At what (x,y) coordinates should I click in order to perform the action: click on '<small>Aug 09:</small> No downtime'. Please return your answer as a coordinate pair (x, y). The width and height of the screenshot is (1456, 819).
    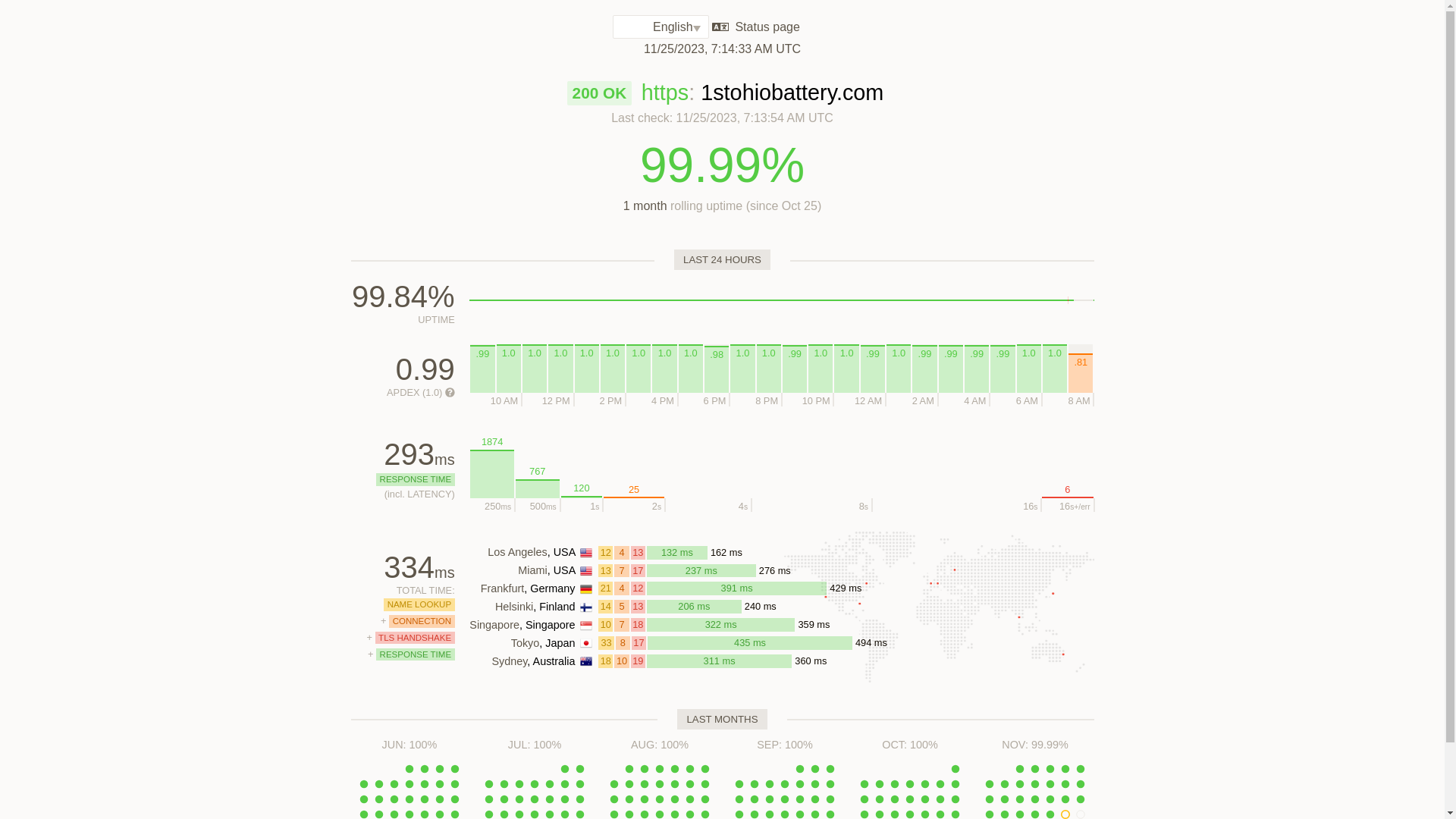
    Looking at the image, I should click on (644, 783).